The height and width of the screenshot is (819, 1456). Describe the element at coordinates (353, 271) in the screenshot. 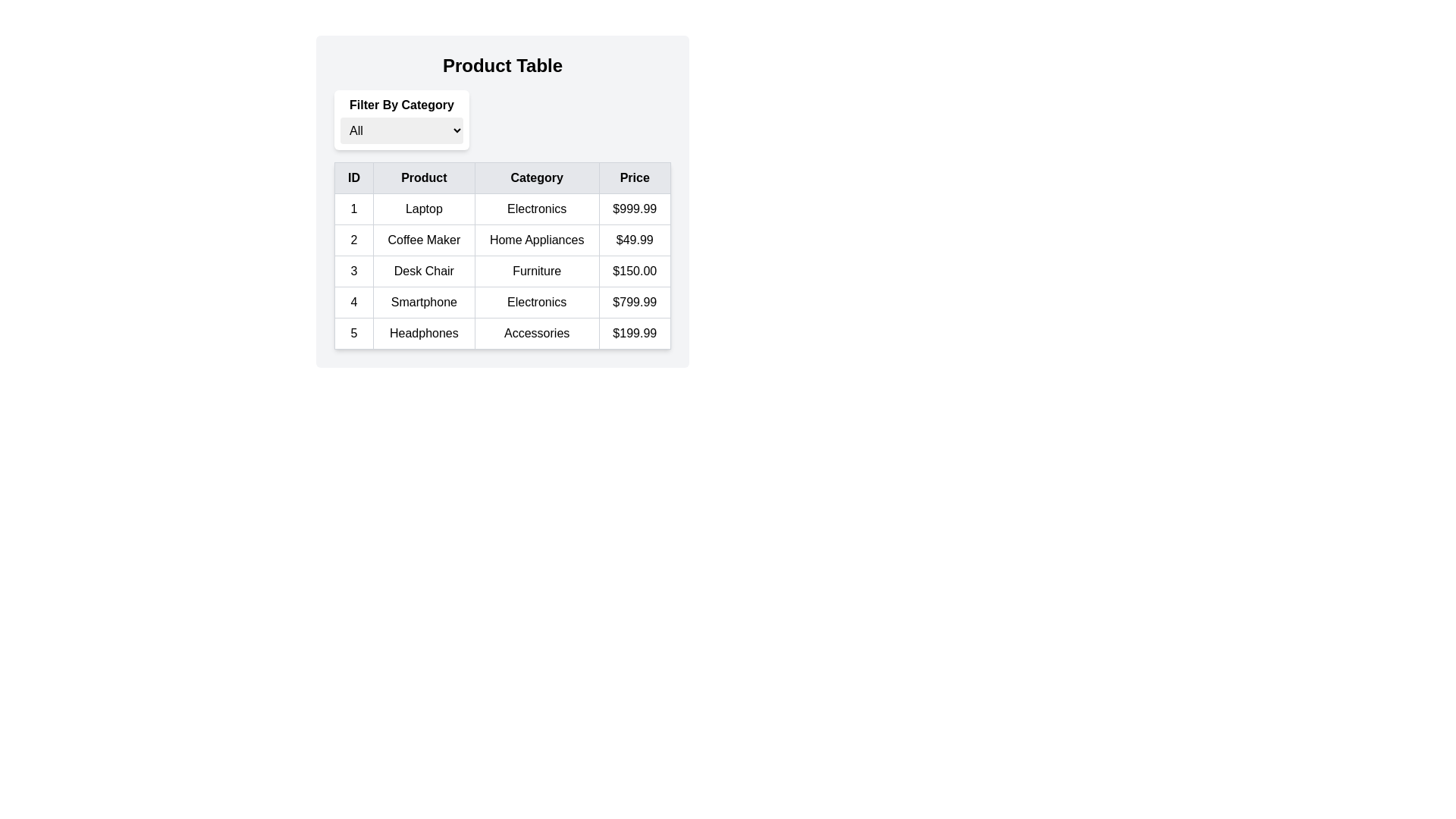

I see `the static text cell displaying the ID number in the leftmost column of the third row in the table` at that location.